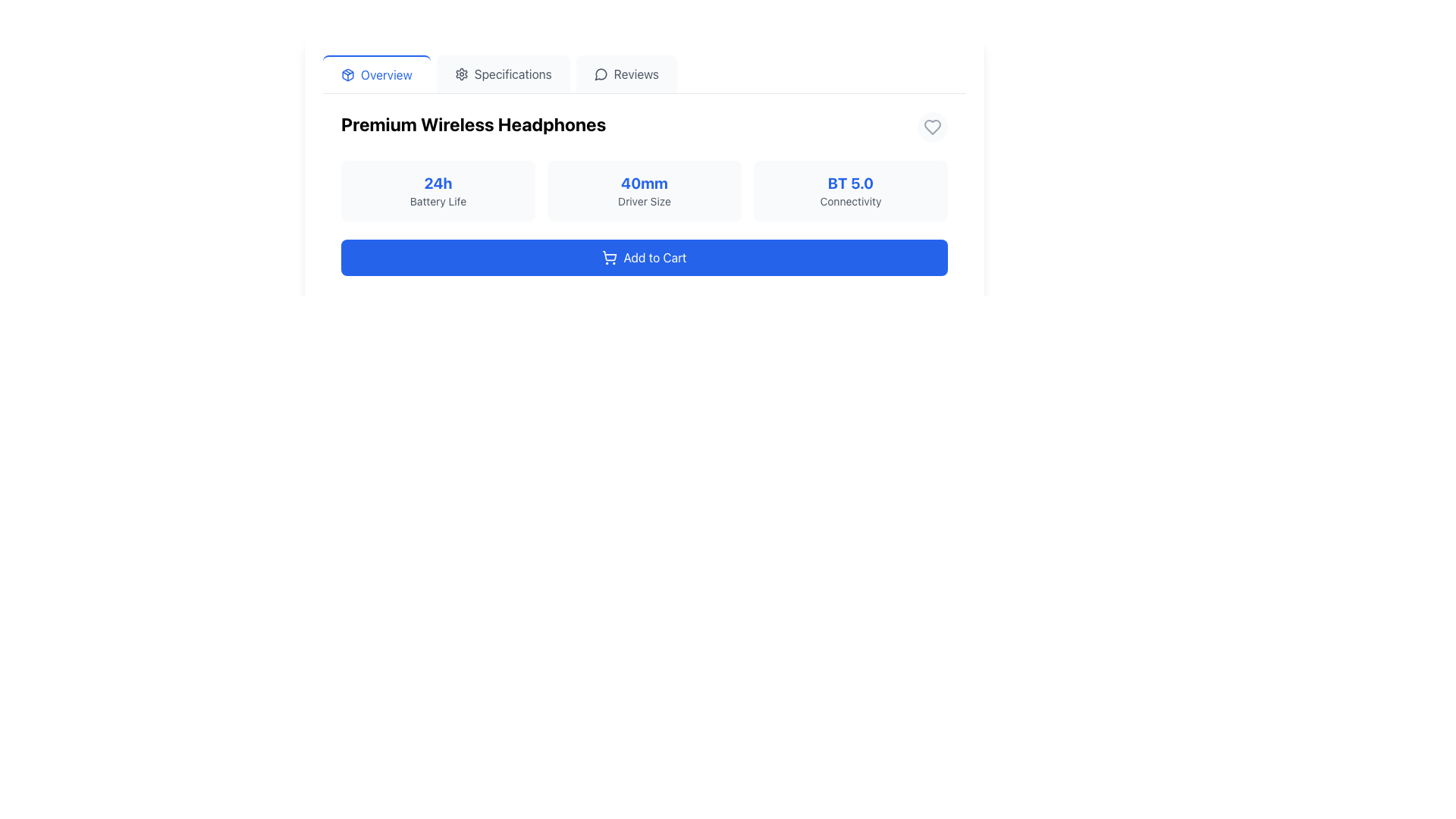 The height and width of the screenshot is (819, 1456). What do you see at coordinates (626, 74) in the screenshot?
I see `the 'Reviews' button` at bounding box center [626, 74].